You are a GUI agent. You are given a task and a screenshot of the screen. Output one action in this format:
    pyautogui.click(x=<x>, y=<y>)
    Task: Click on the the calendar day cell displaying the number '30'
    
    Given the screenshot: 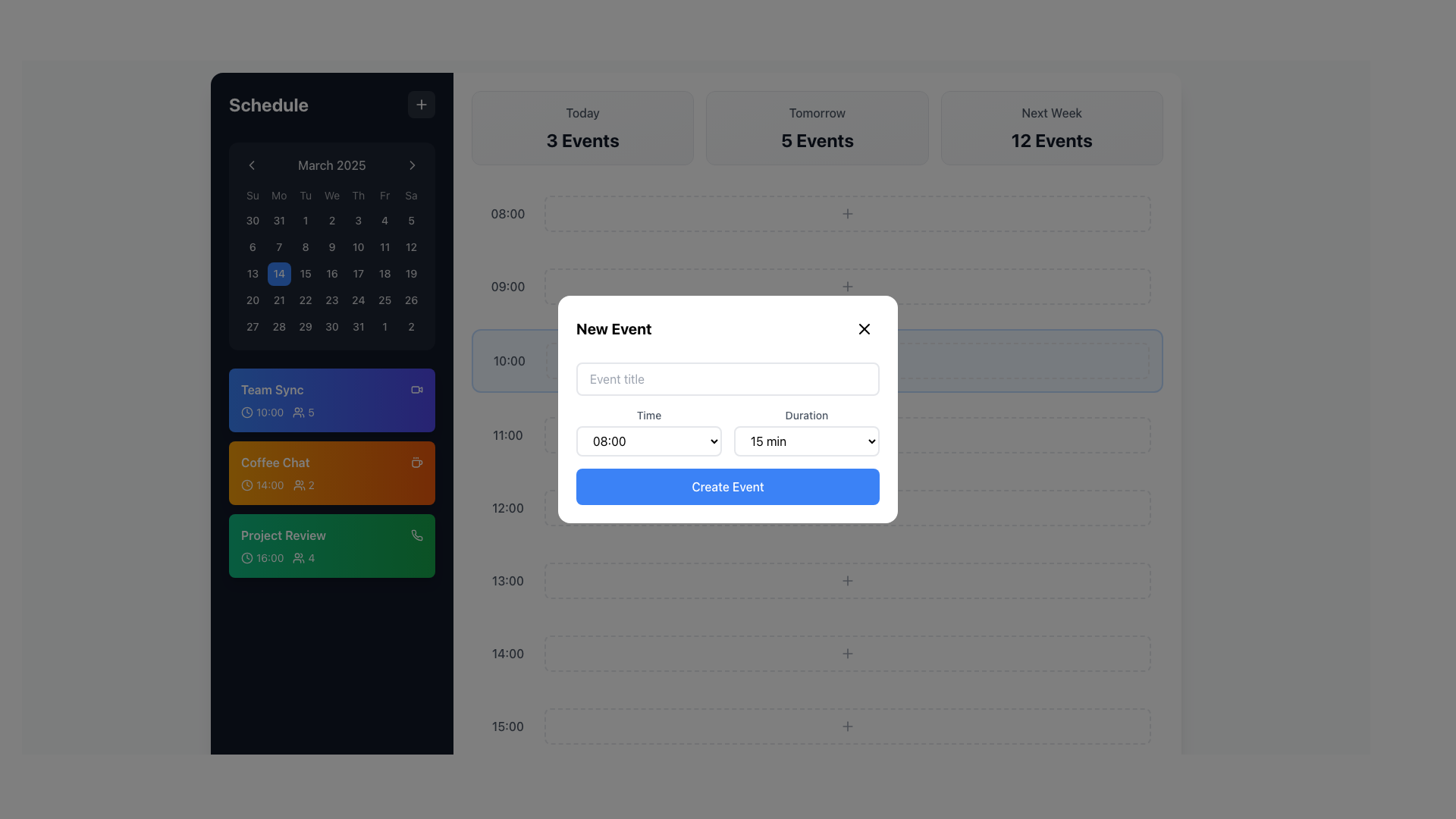 What is the action you would take?
    pyautogui.click(x=253, y=221)
    